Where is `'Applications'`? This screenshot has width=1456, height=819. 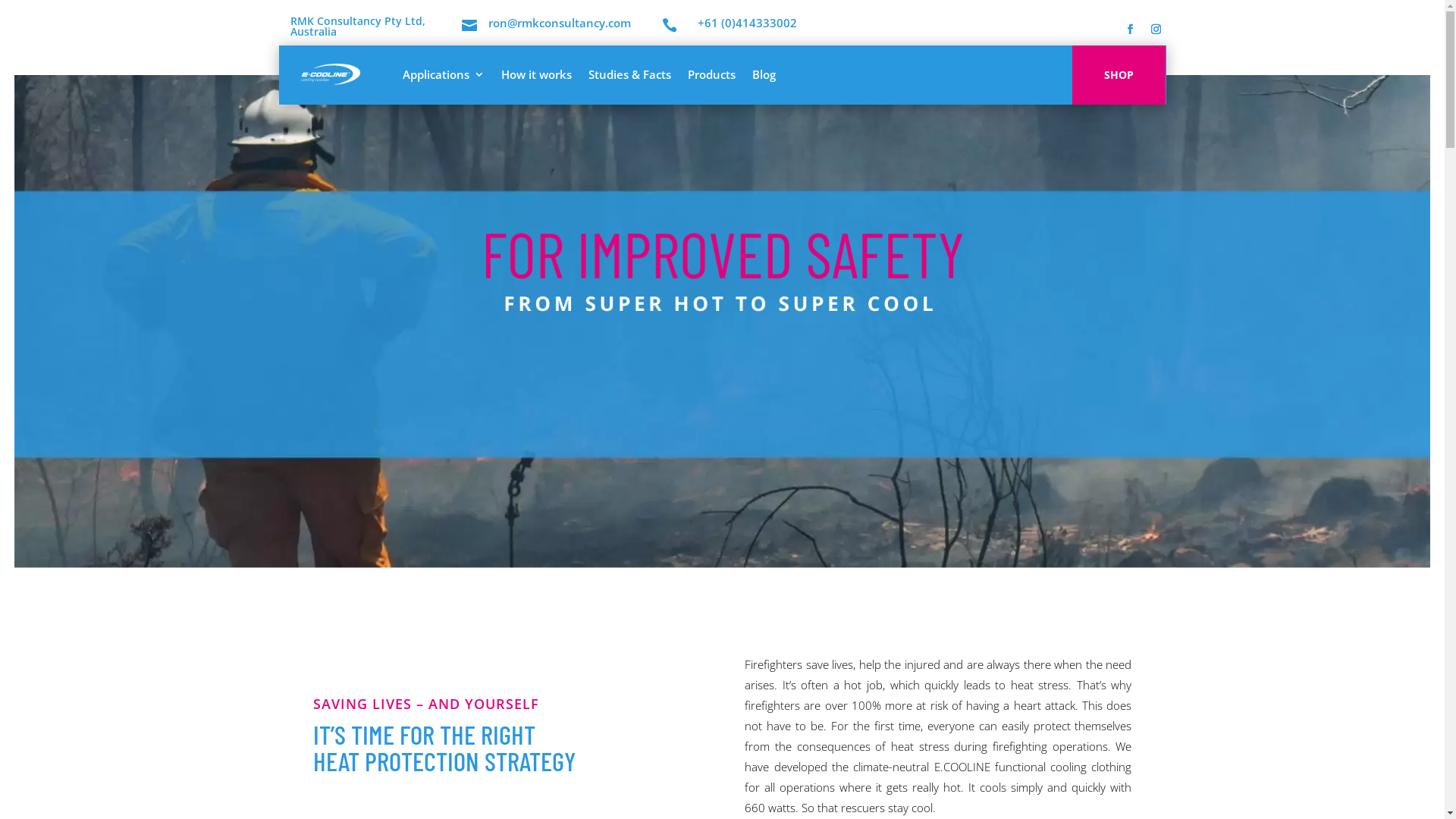 'Applications' is located at coordinates (442, 74).